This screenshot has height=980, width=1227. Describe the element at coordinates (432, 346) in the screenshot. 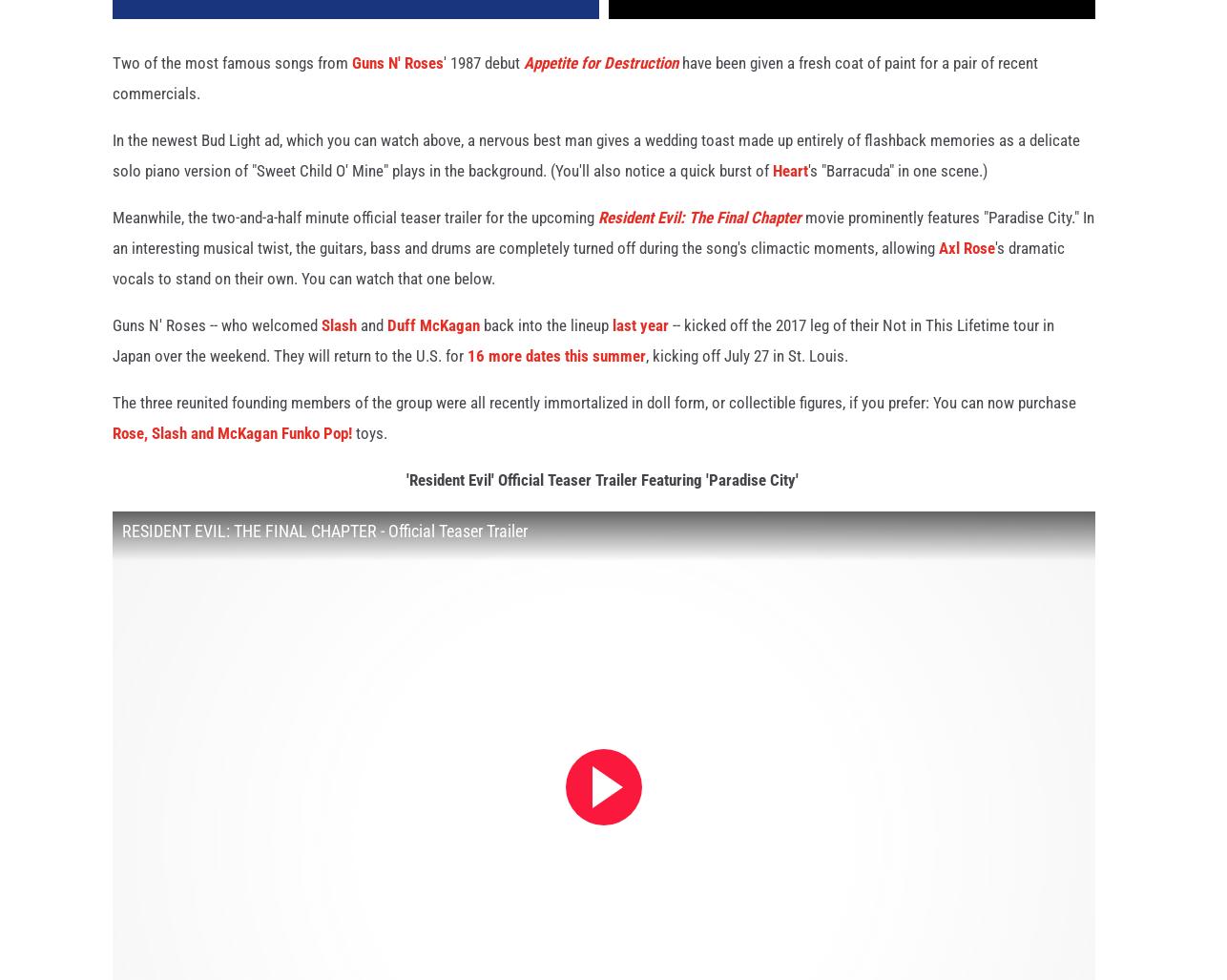

I see `'Duff McKagan'` at that location.